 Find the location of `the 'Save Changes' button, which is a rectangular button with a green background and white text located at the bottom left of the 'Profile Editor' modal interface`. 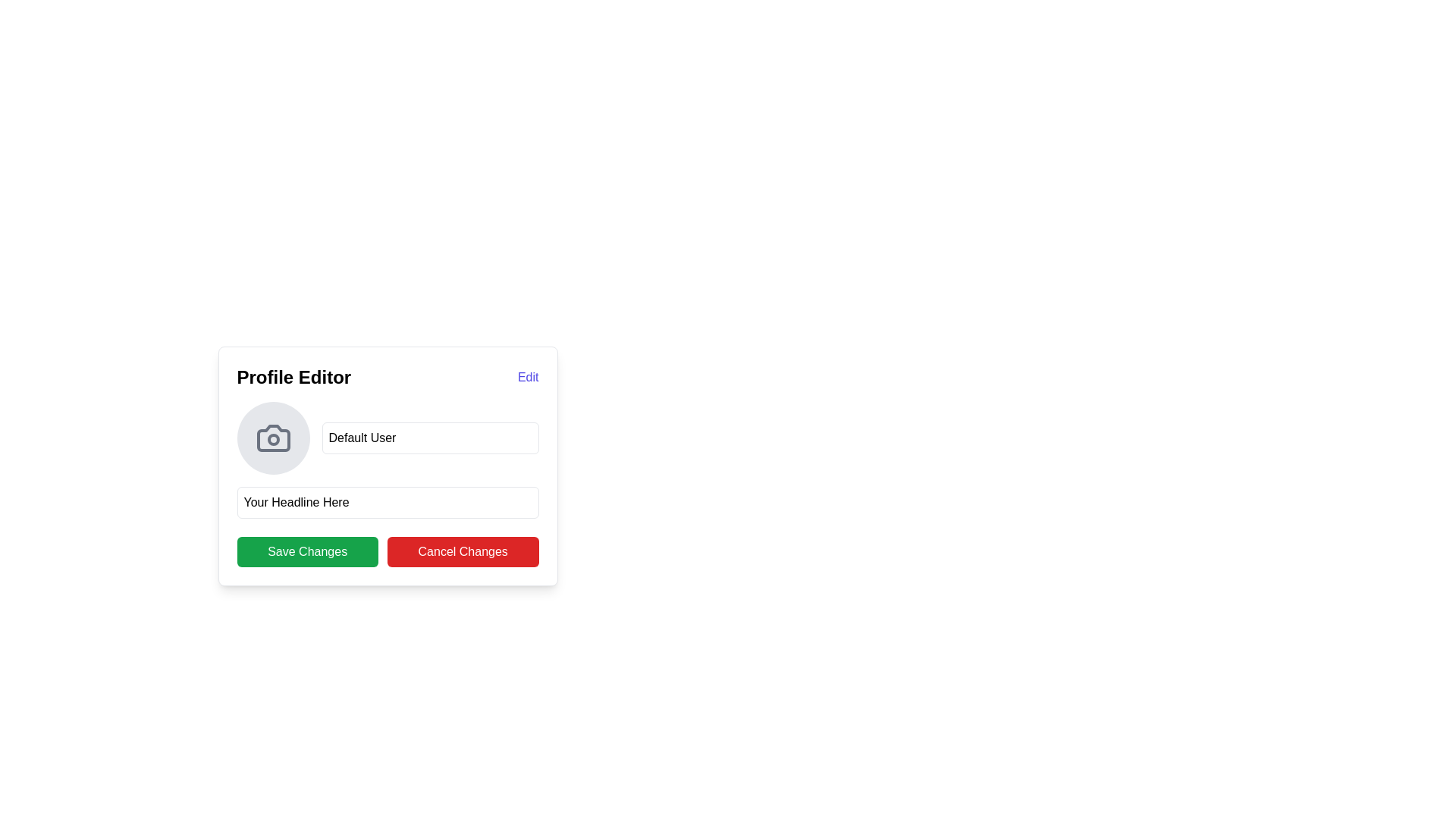

the 'Save Changes' button, which is a rectangular button with a green background and white text located at the bottom left of the 'Profile Editor' modal interface is located at coordinates (306, 552).